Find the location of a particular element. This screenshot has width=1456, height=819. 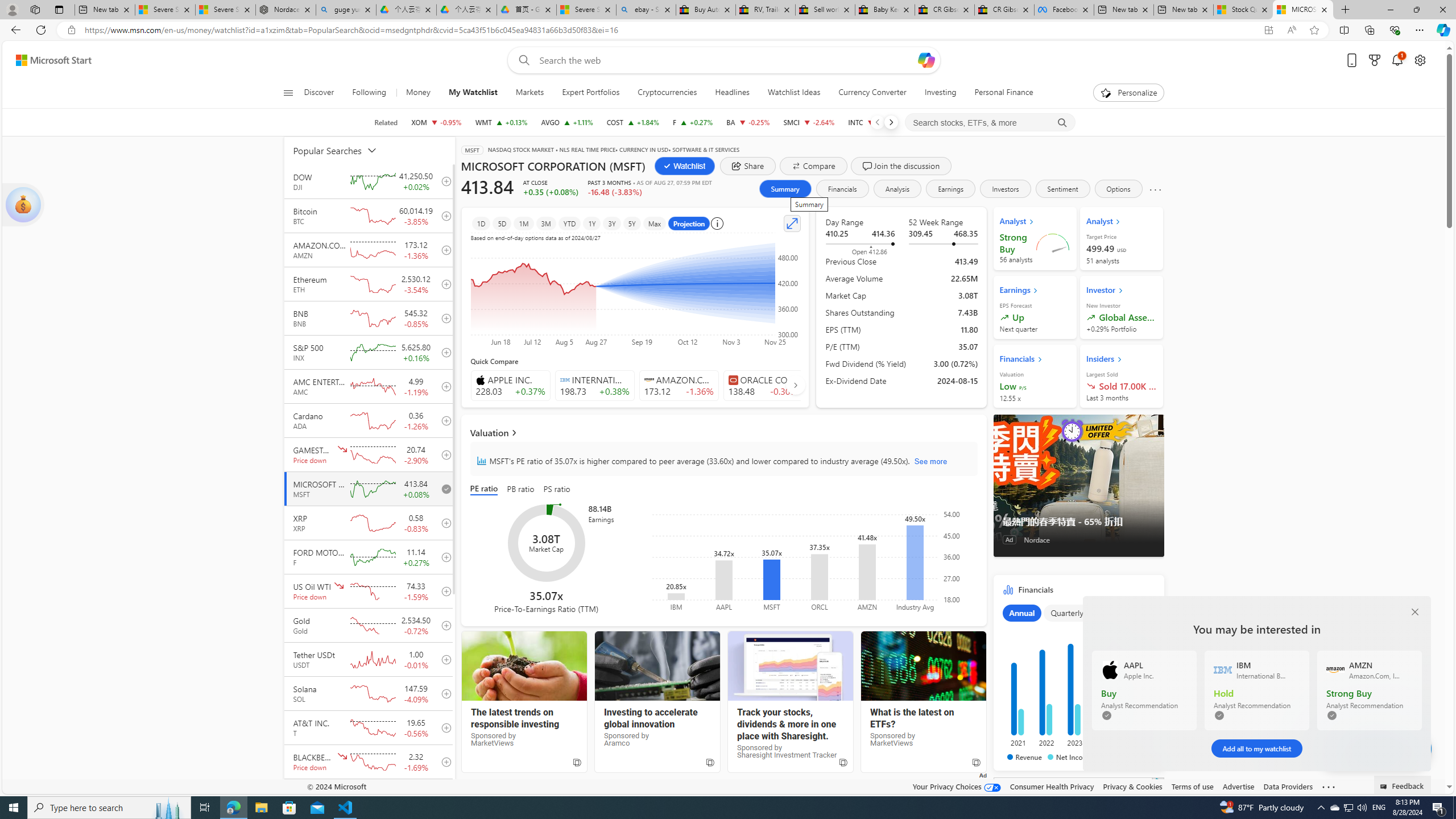

'Investing' is located at coordinates (940, 92).